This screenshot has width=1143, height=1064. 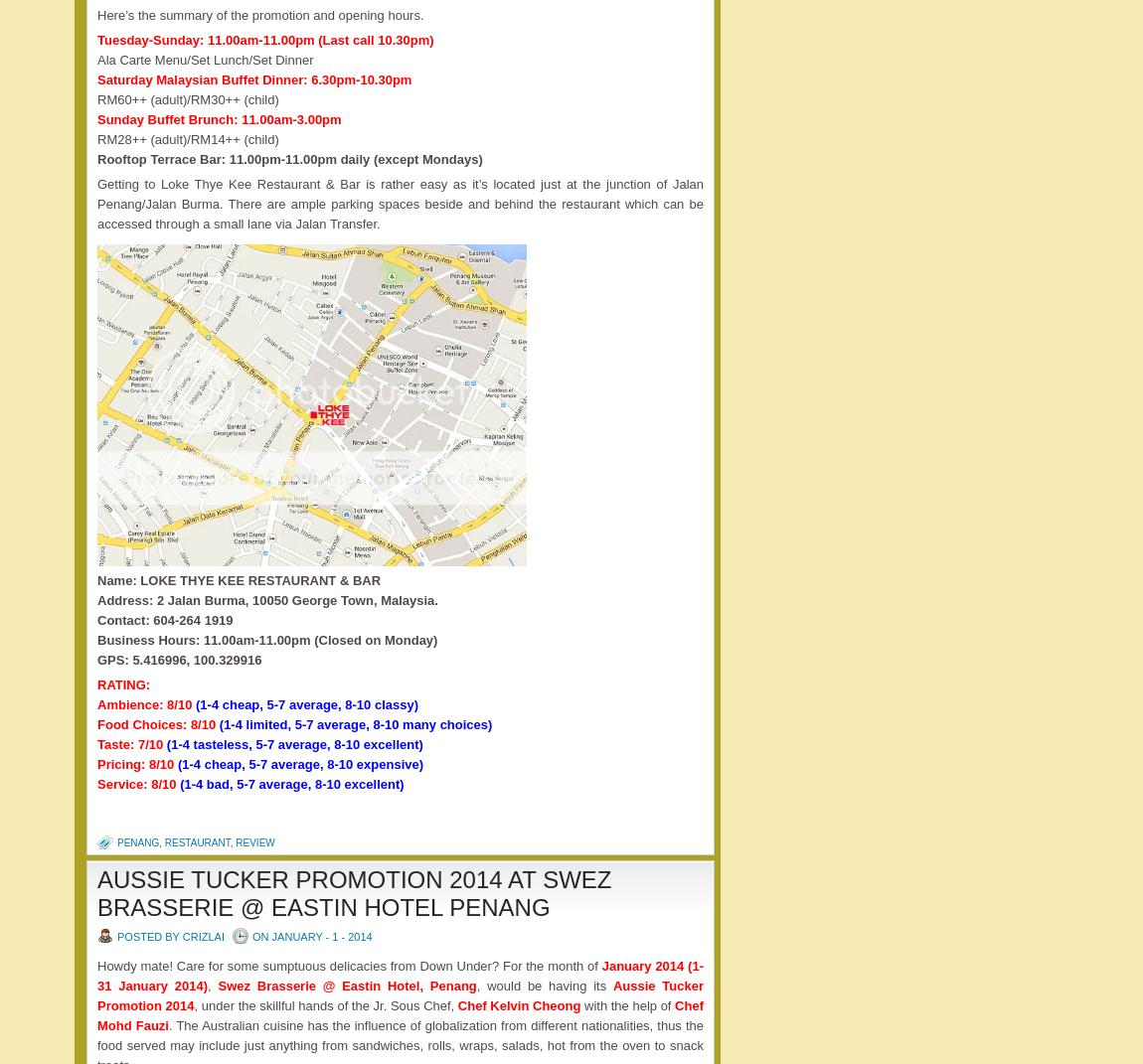 I want to click on 'Aussie Tucker Promotion 2014', so click(x=95, y=995).